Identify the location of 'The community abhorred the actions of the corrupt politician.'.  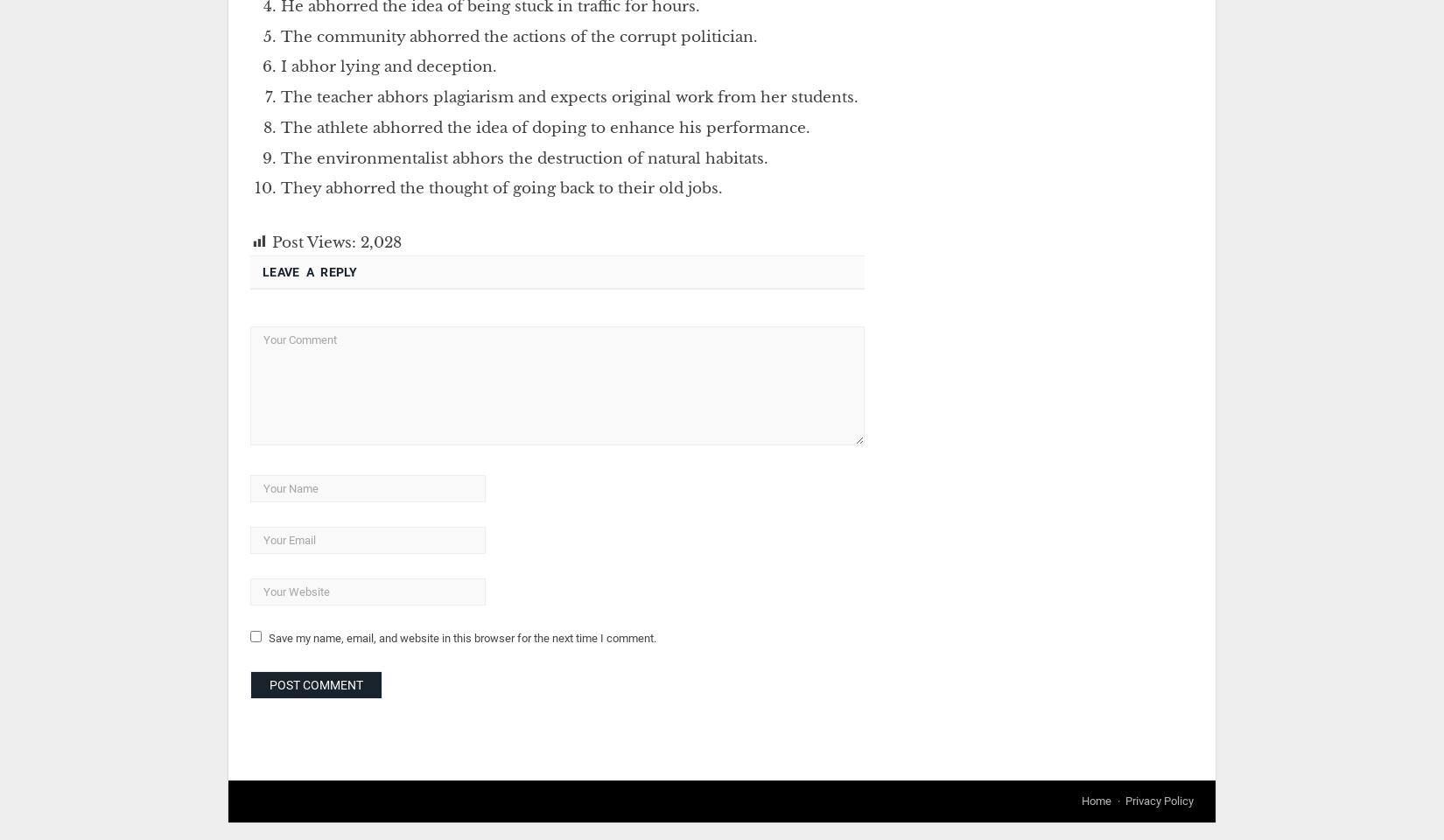
(280, 35).